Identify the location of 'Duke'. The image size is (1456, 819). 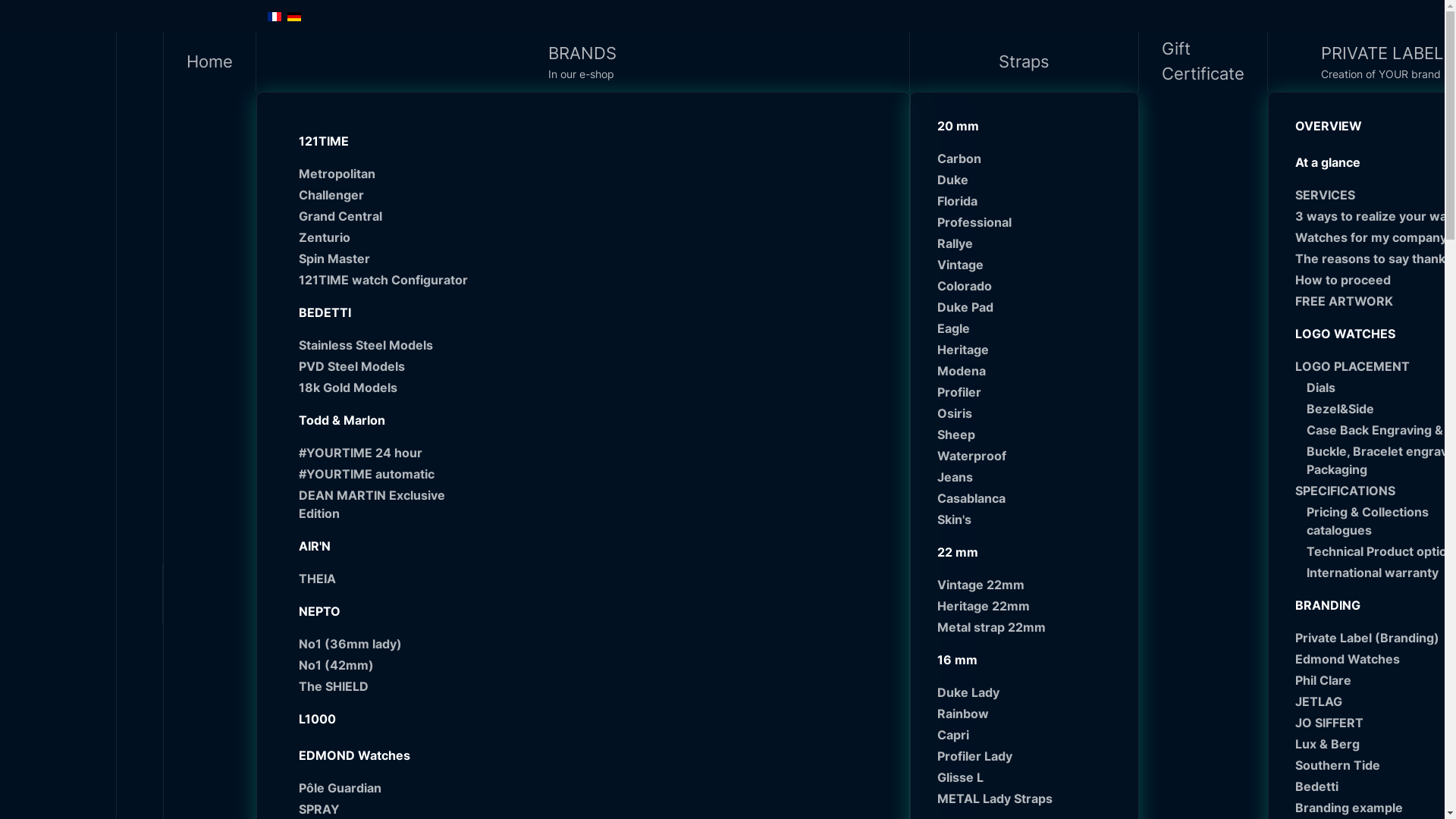
(1030, 178).